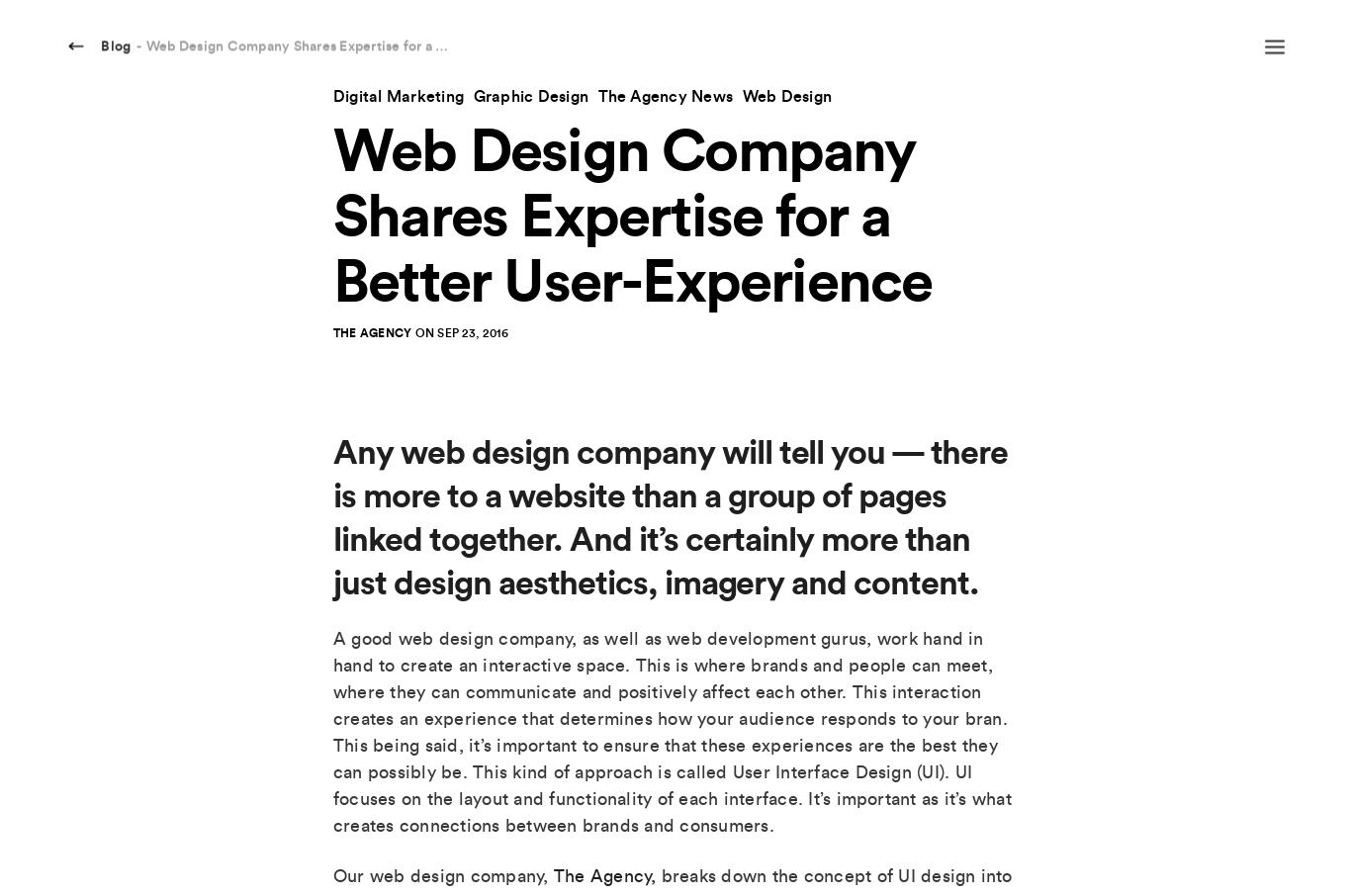  What do you see at coordinates (716, 623) in the screenshot?
I see `'OUR SERVICES'` at bounding box center [716, 623].